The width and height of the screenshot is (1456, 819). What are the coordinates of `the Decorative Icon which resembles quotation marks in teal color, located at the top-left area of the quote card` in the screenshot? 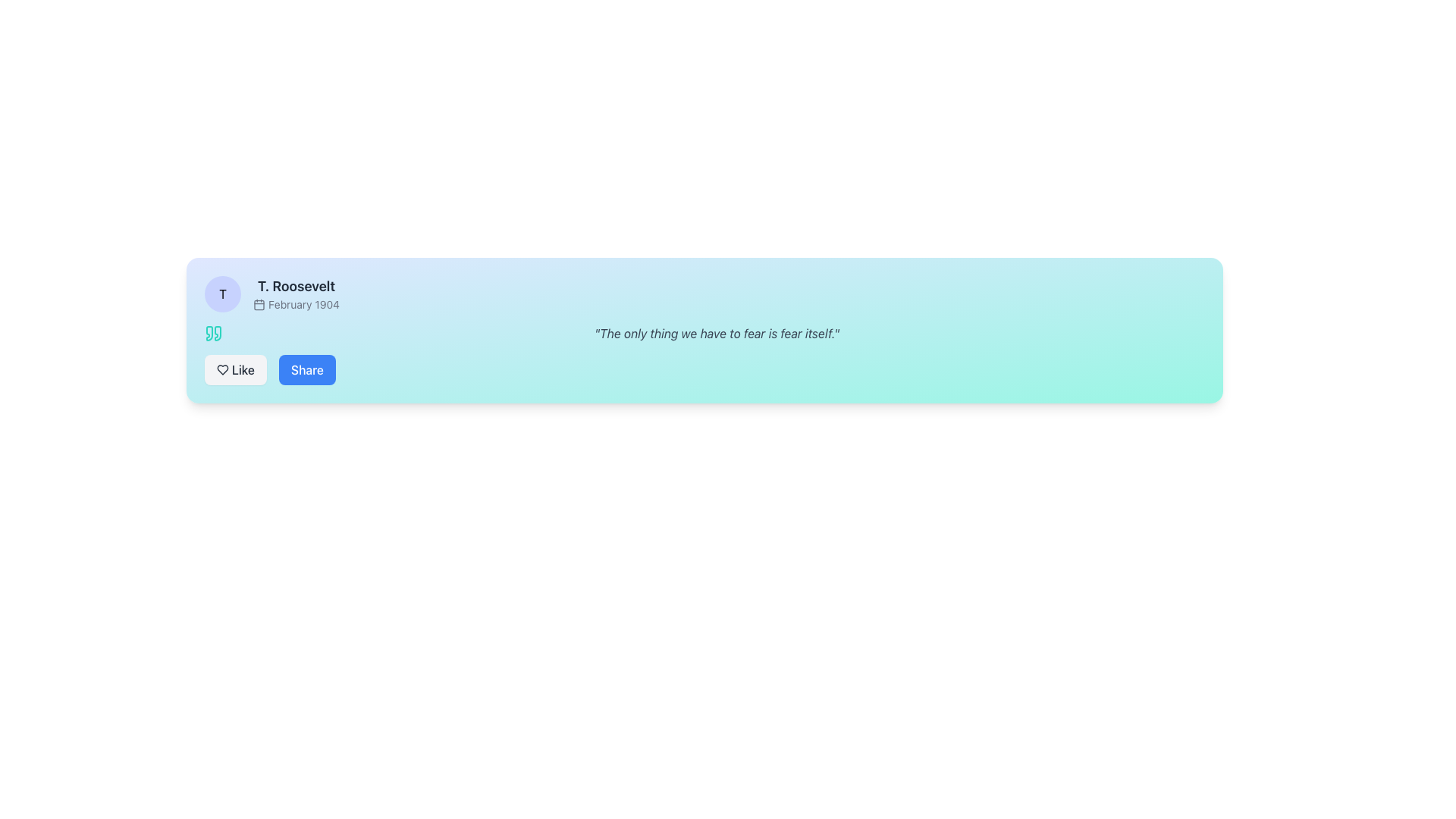 It's located at (213, 332).